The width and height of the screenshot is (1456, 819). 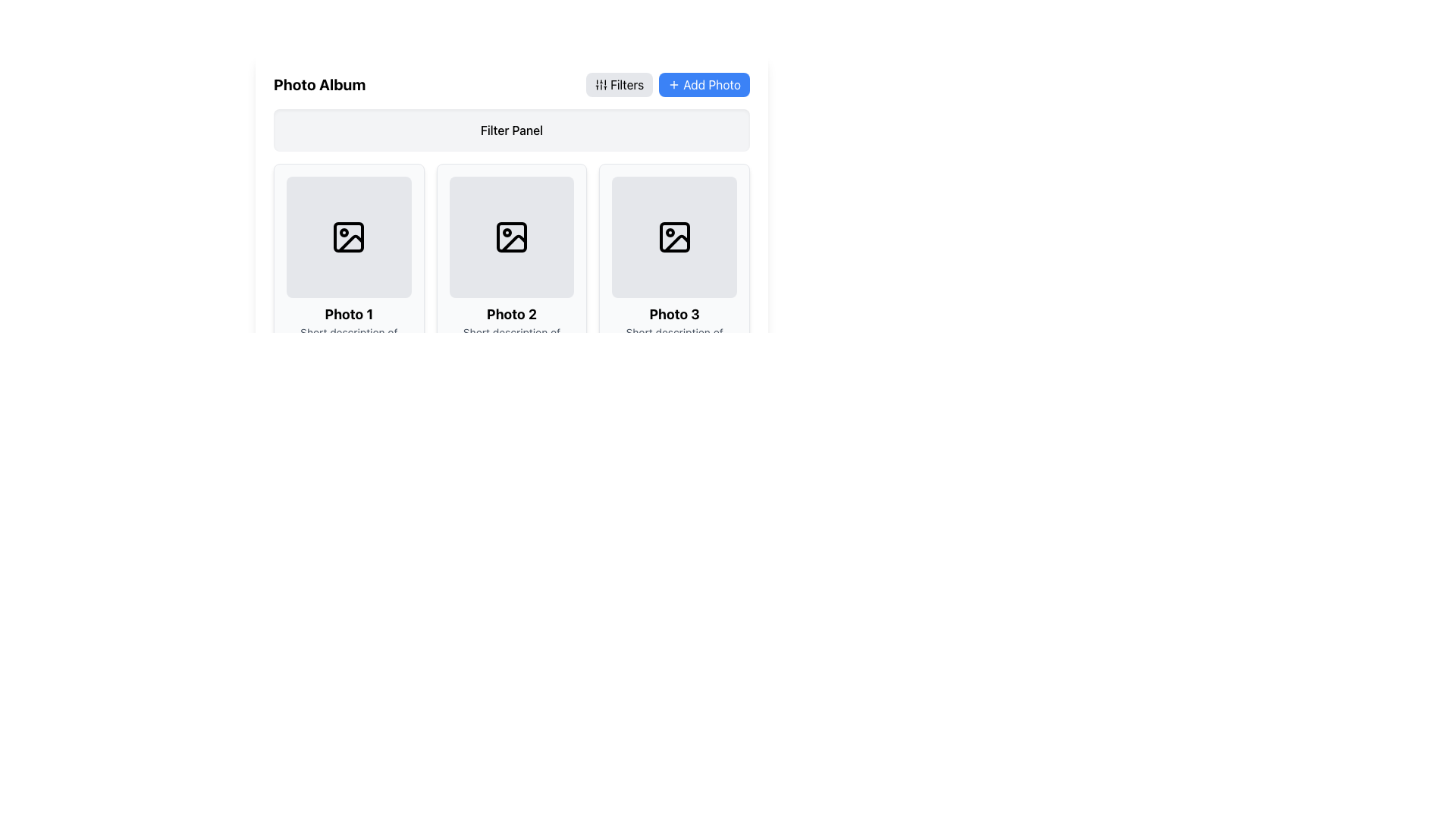 What do you see at coordinates (711, 84) in the screenshot?
I see `the 'Add Photo' button located at the top-right corner of the interface to observe its visual response, which includes a color change to a darker blue` at bounding box center [711, 84].